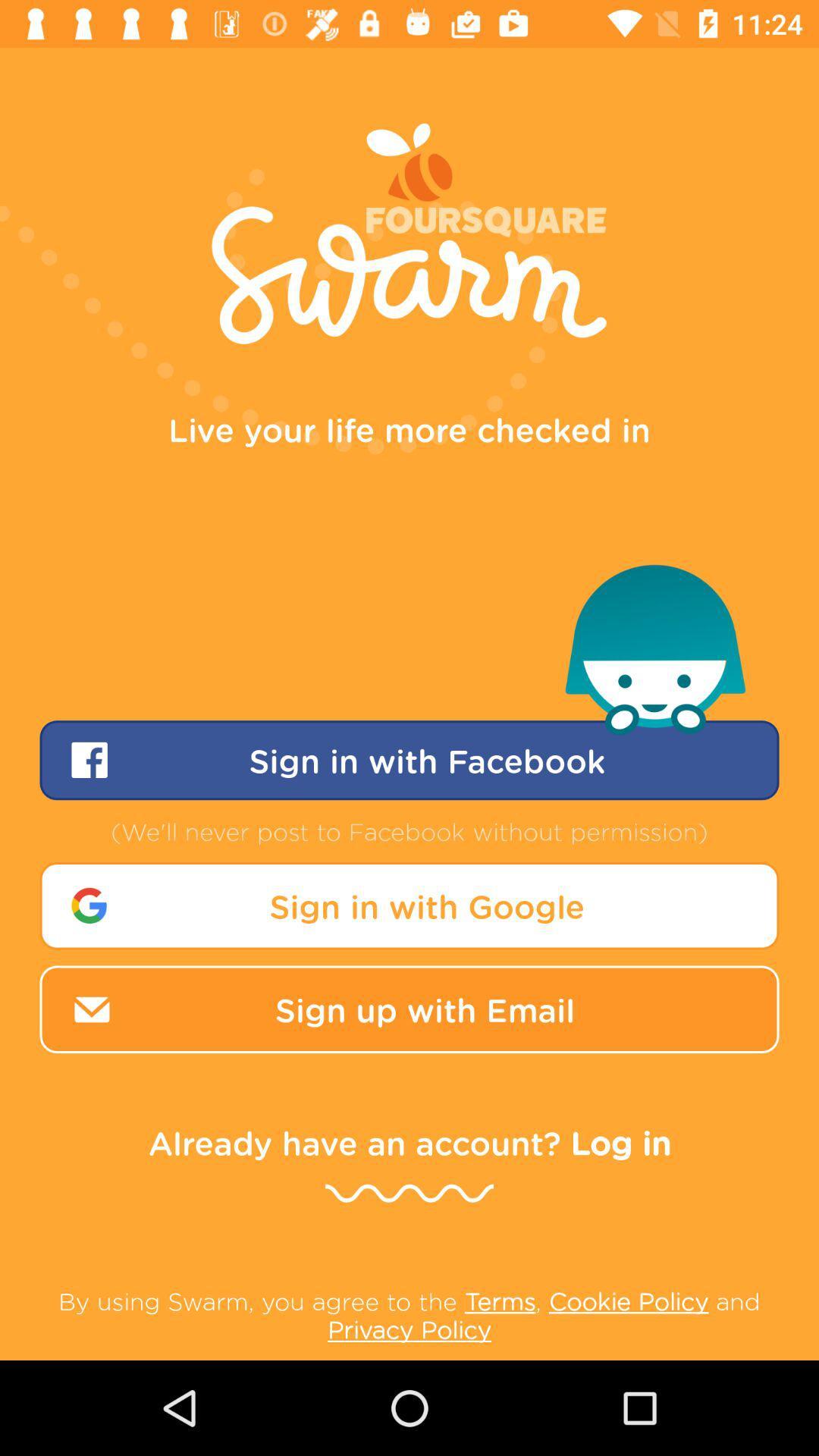  I want to click on already have an icon, so click(409, 1142).